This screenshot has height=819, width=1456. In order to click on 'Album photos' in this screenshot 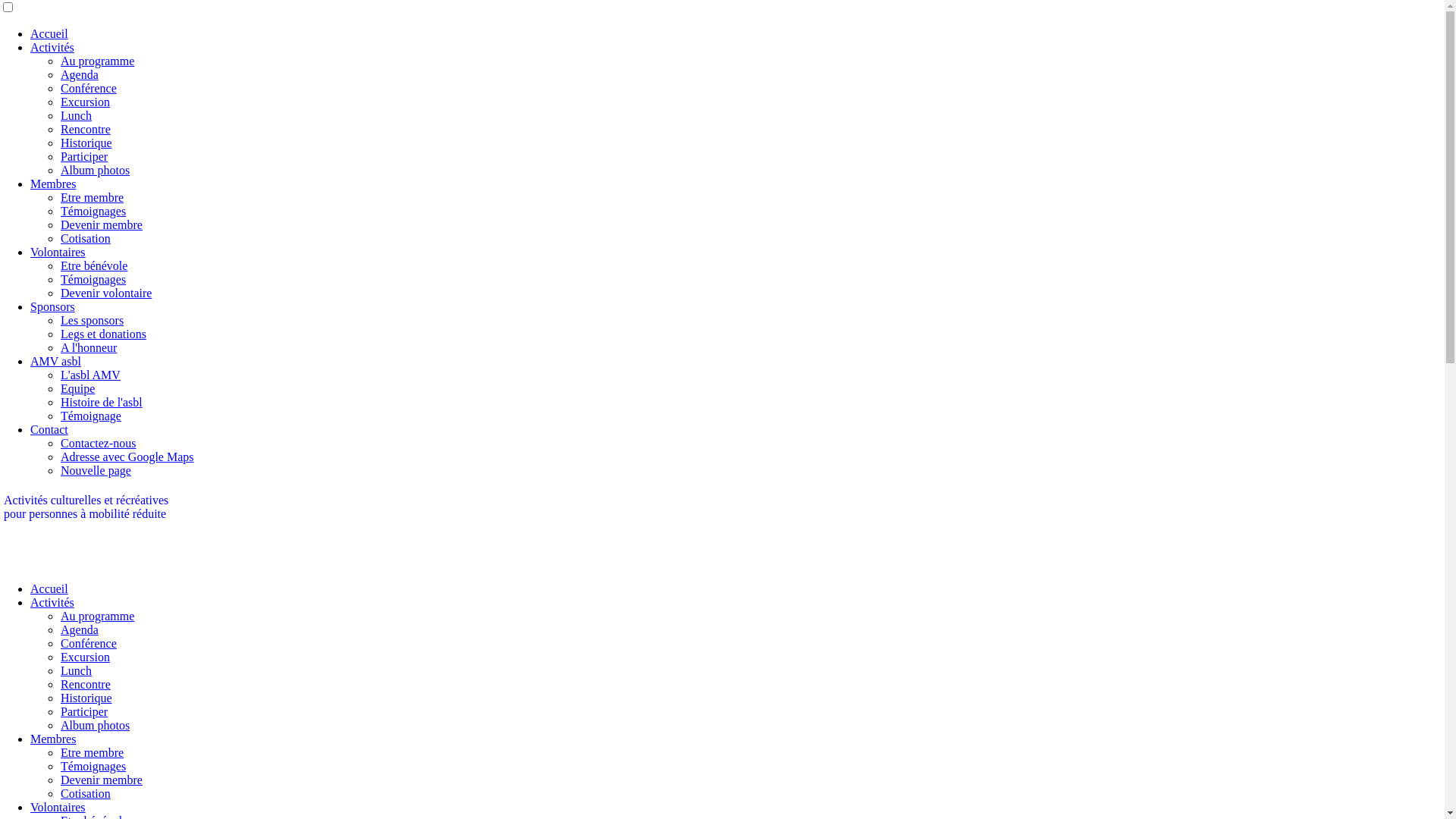, I will do `click(94, 724)`.